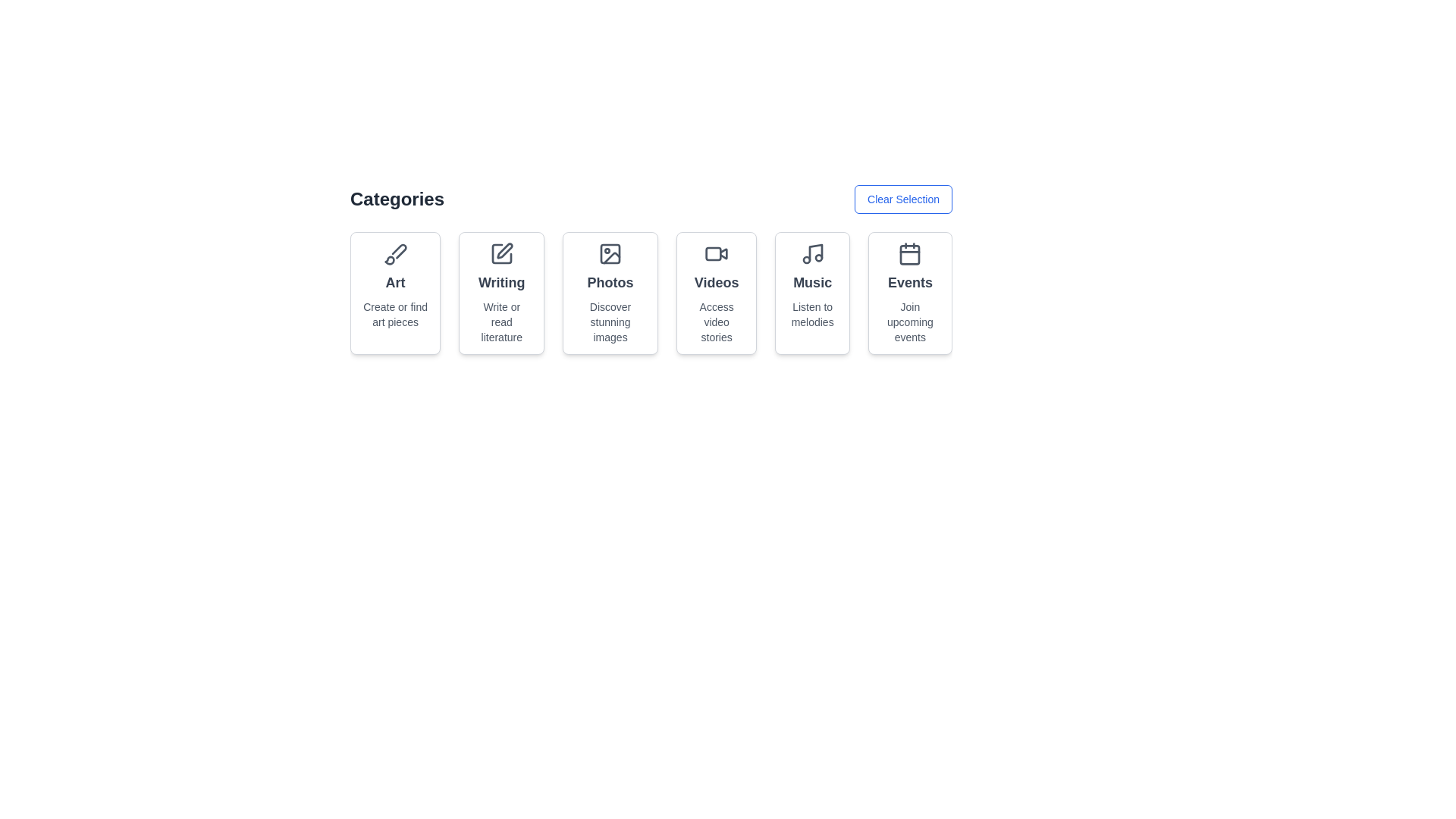 The width and height of the screenshot is (1456, 819). I want to click on the text label that says 'Discover stunning images', which is located below the title 'Photos' in the third card of the horizontally arranged series of cards, so click(610, 321).